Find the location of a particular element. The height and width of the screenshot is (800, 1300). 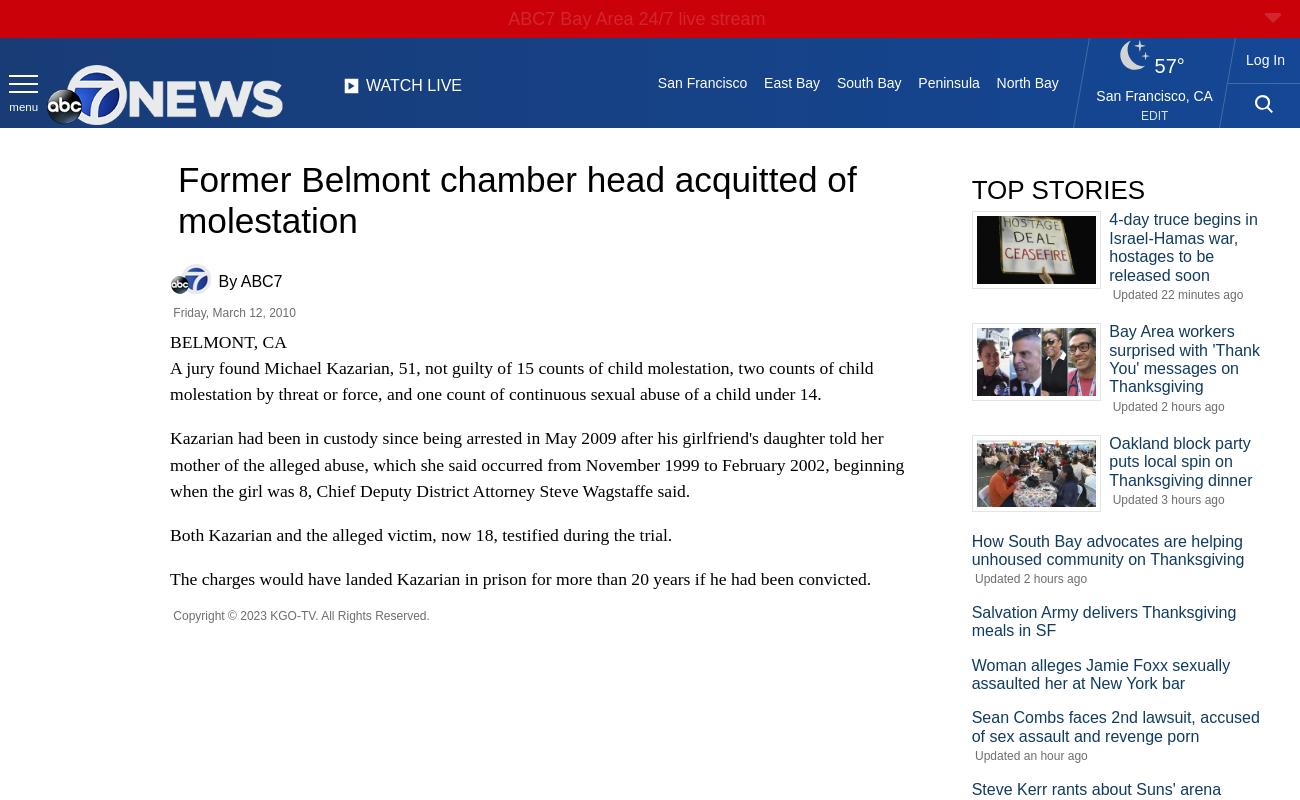

'WATCH' is located at coordinates (394, 84).